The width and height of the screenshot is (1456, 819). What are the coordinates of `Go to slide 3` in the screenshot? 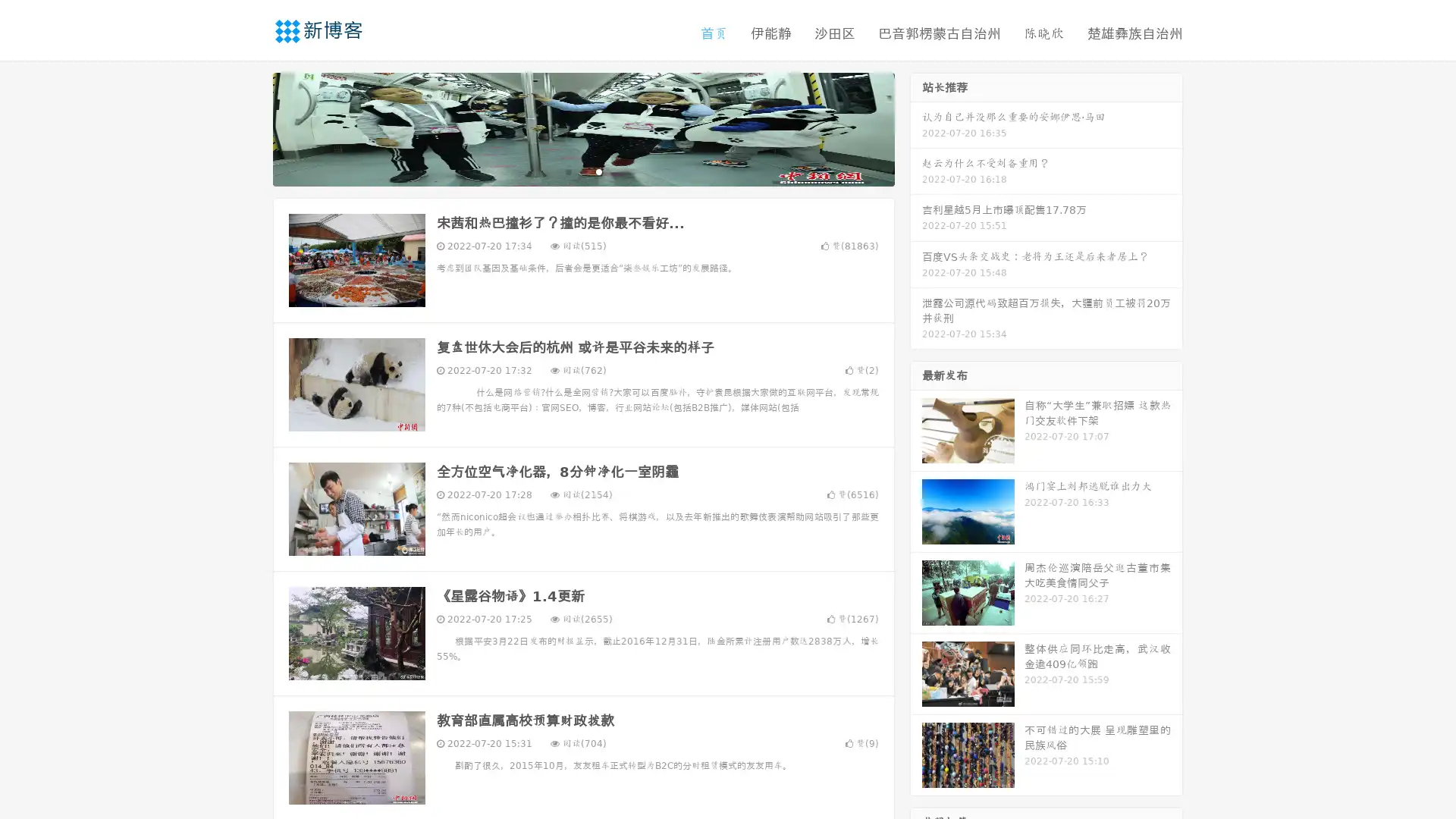 It's located at (598, 171).